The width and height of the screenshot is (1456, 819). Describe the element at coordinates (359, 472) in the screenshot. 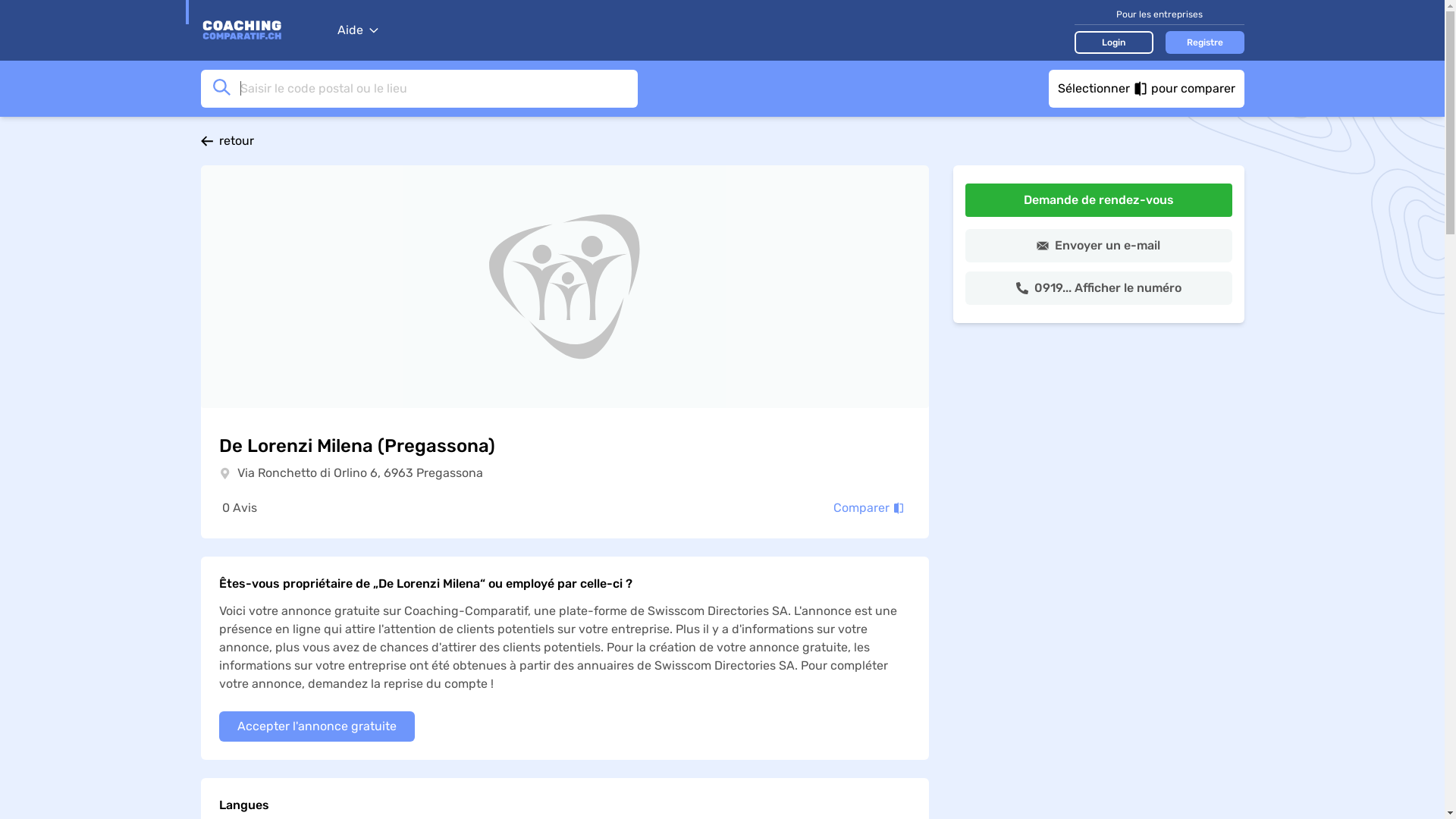

I see `'Via Ronchetto di Orlino 6, 6963 Pregassona'` at that location.